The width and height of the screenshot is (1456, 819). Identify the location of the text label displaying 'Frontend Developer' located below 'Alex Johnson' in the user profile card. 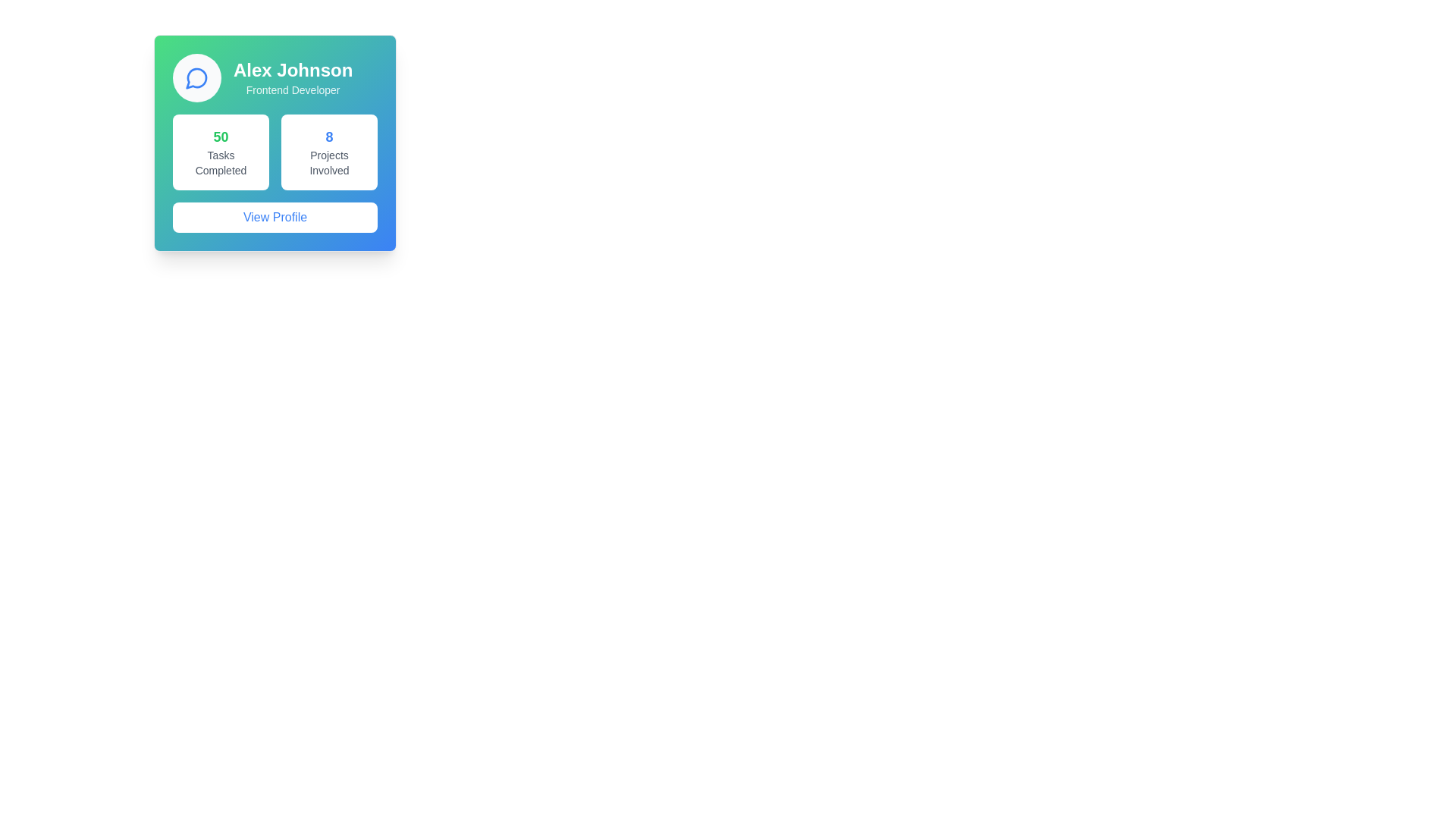
(293, 90).